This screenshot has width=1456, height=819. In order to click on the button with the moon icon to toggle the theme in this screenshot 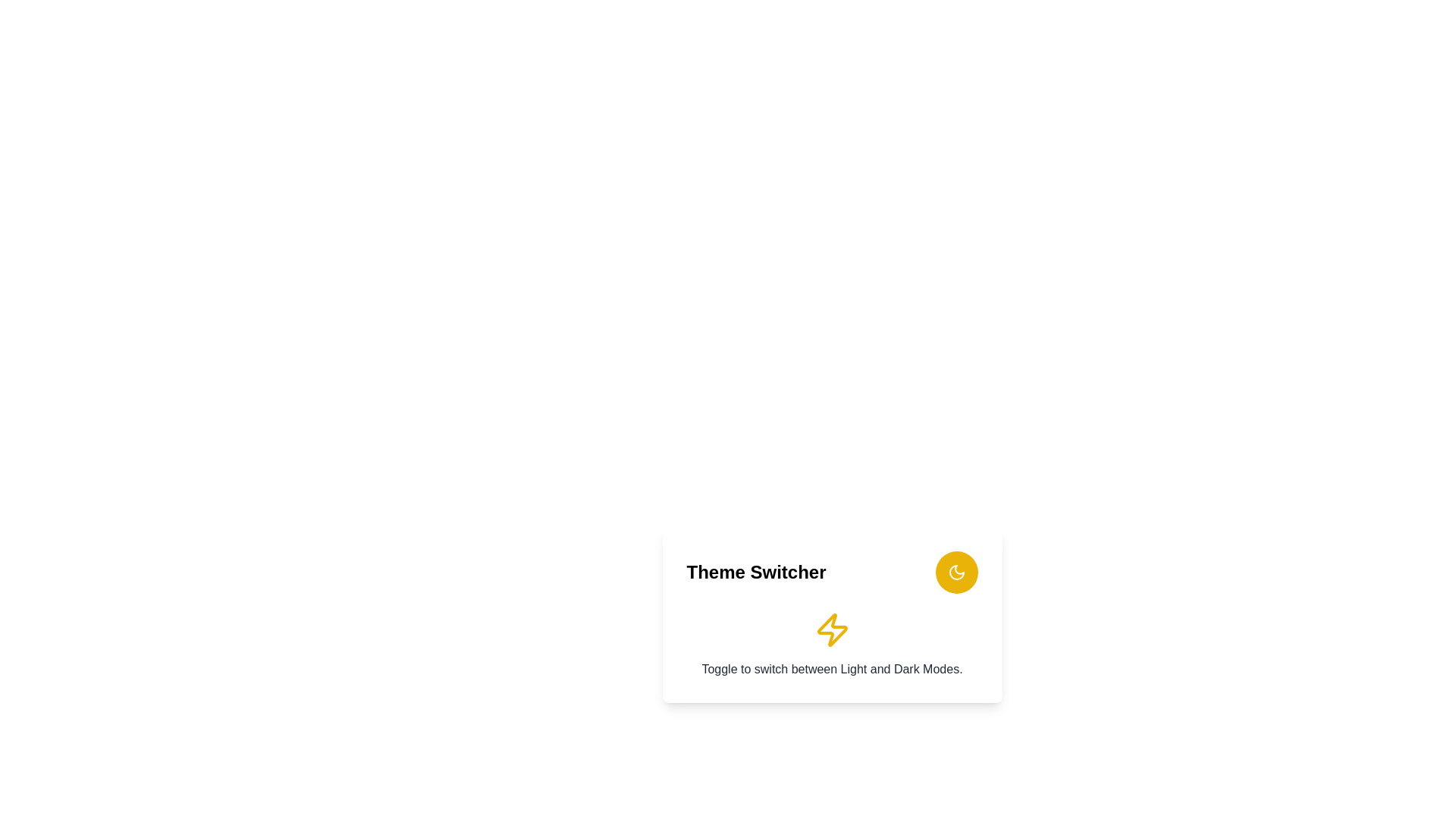, I will do `click(955, 573)`.